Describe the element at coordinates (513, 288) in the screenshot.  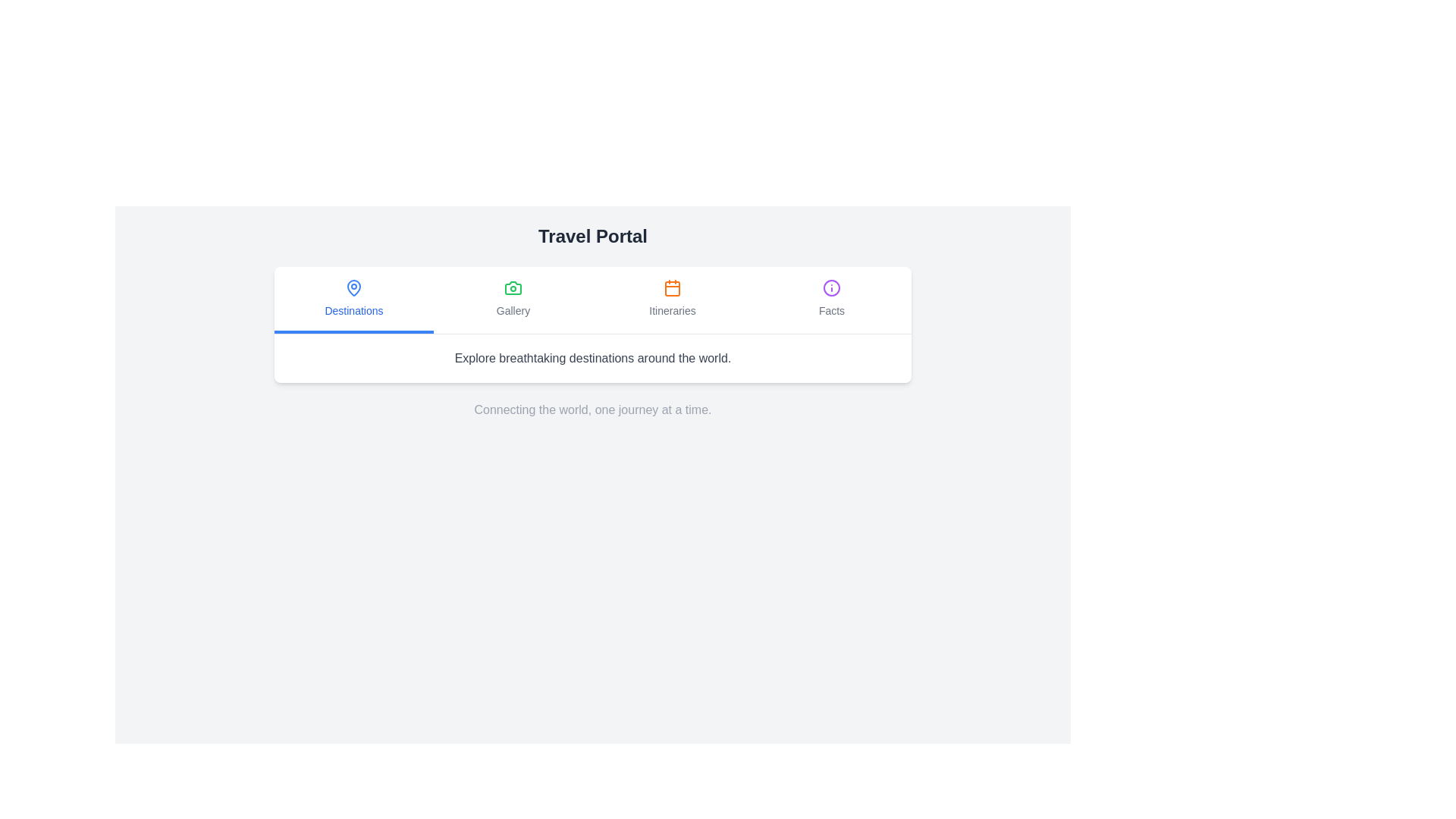
I see `the gallery navigation icon located above the 'Gallery' label in the panel, which is the second item from the left between 'Destinations' and 'Itineraries'` at that location.